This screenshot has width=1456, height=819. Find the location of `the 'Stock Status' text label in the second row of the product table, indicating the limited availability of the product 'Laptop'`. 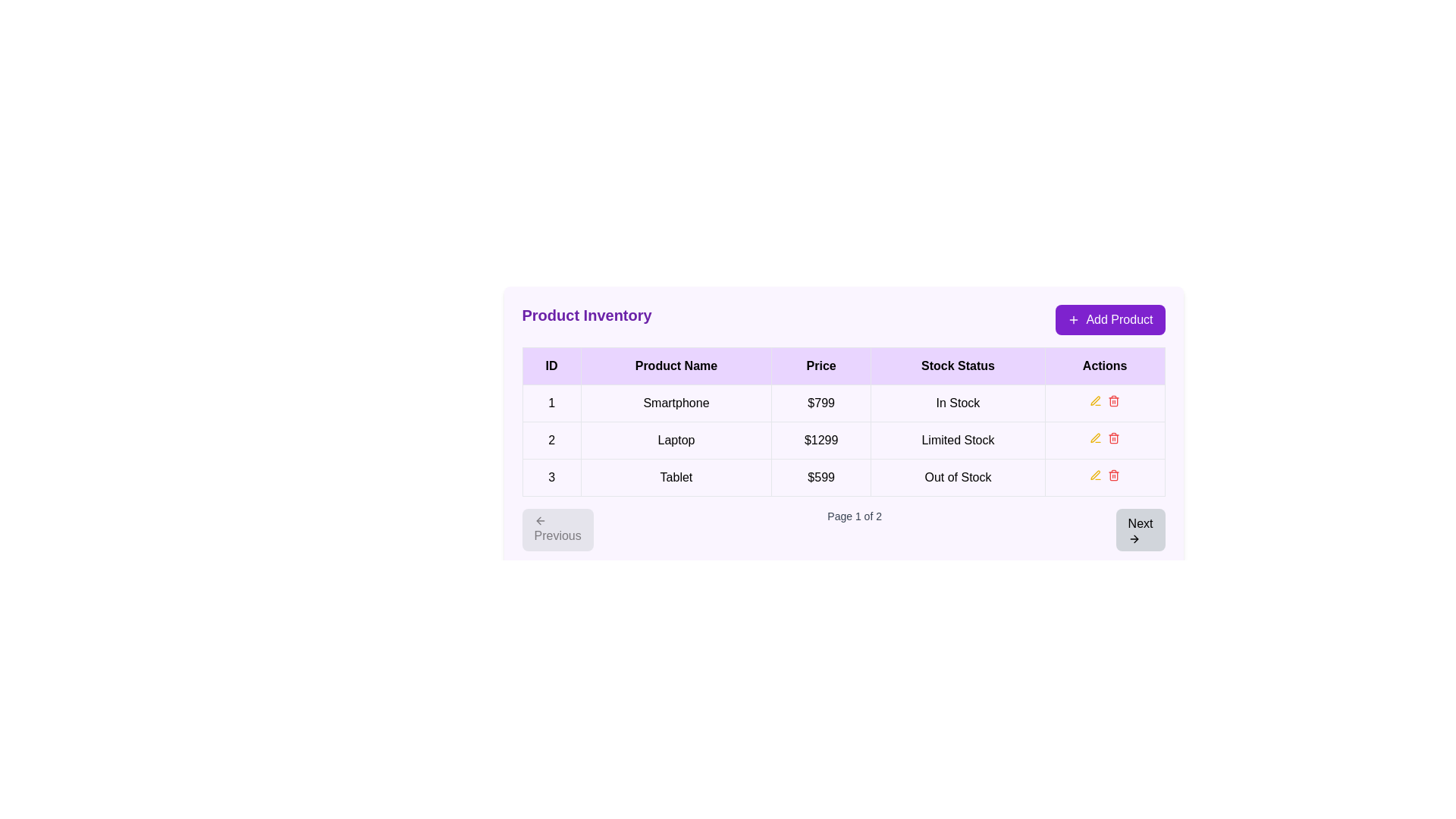

the 'Stock Status' text label in the second row of the product table, indicating the limited availability of the product 'Laptop' is located at coordinates (957, 441).